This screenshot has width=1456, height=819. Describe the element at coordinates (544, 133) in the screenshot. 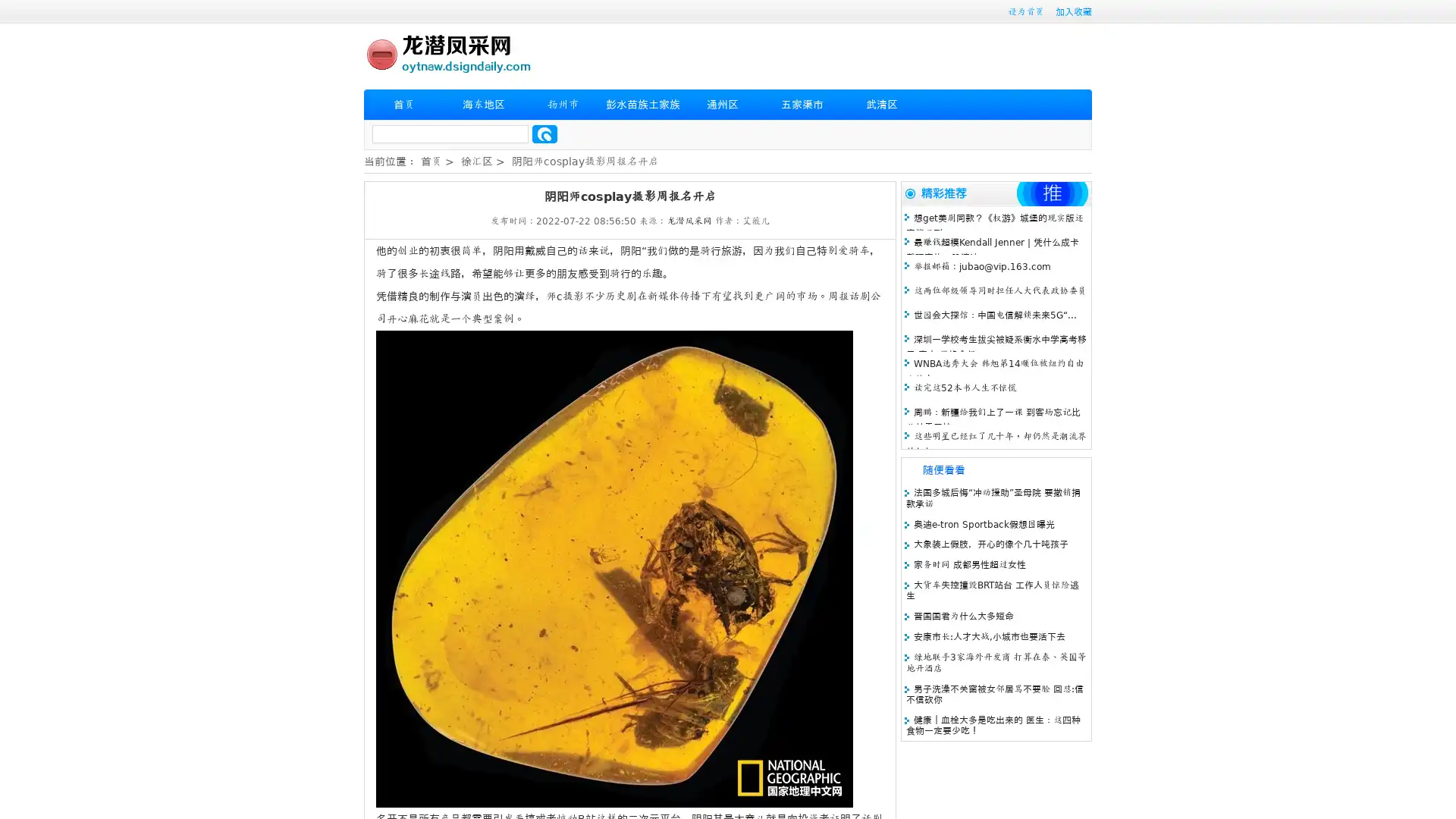

I see `Search` at that location.